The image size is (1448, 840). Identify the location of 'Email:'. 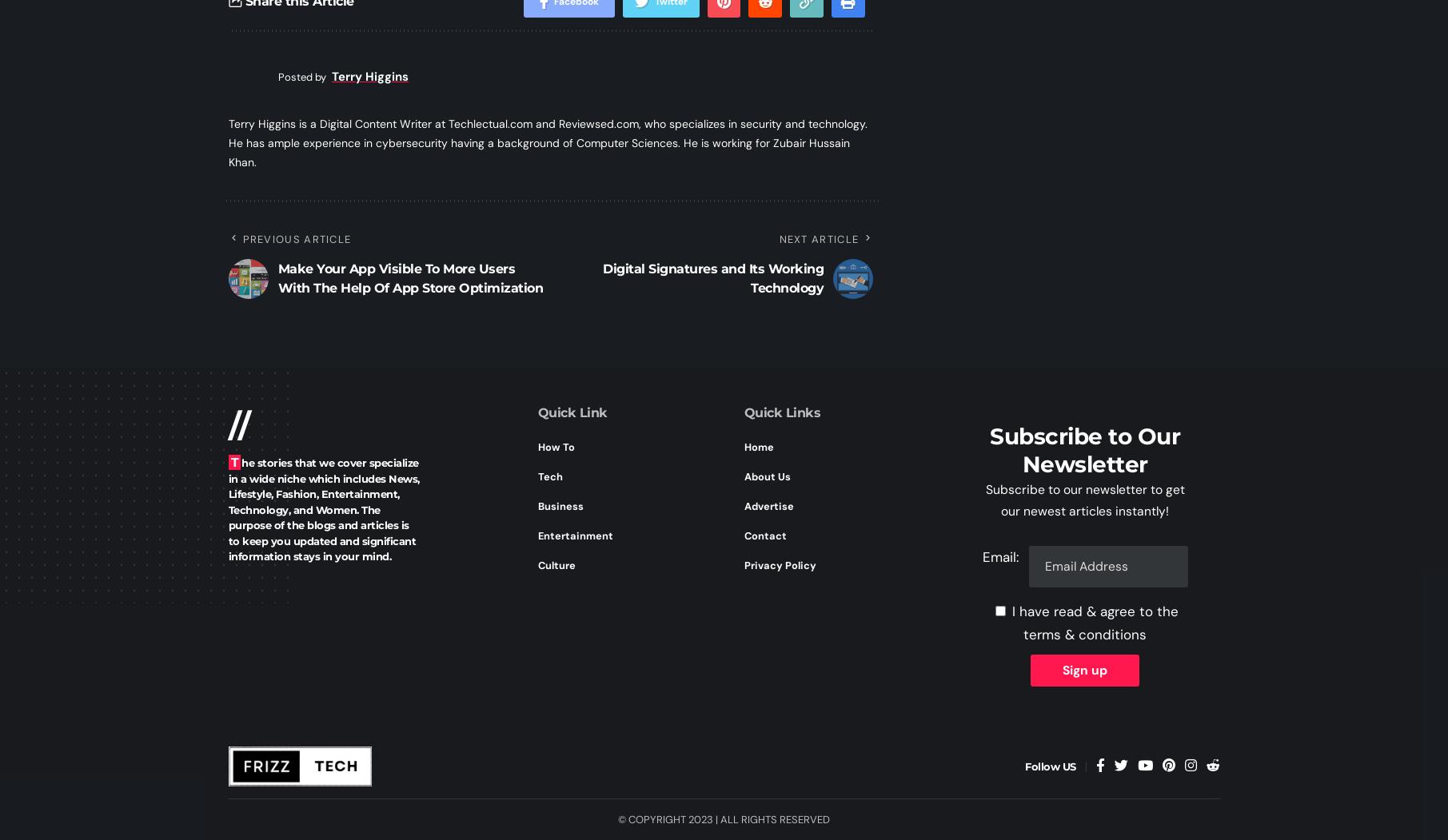
(999, 556).